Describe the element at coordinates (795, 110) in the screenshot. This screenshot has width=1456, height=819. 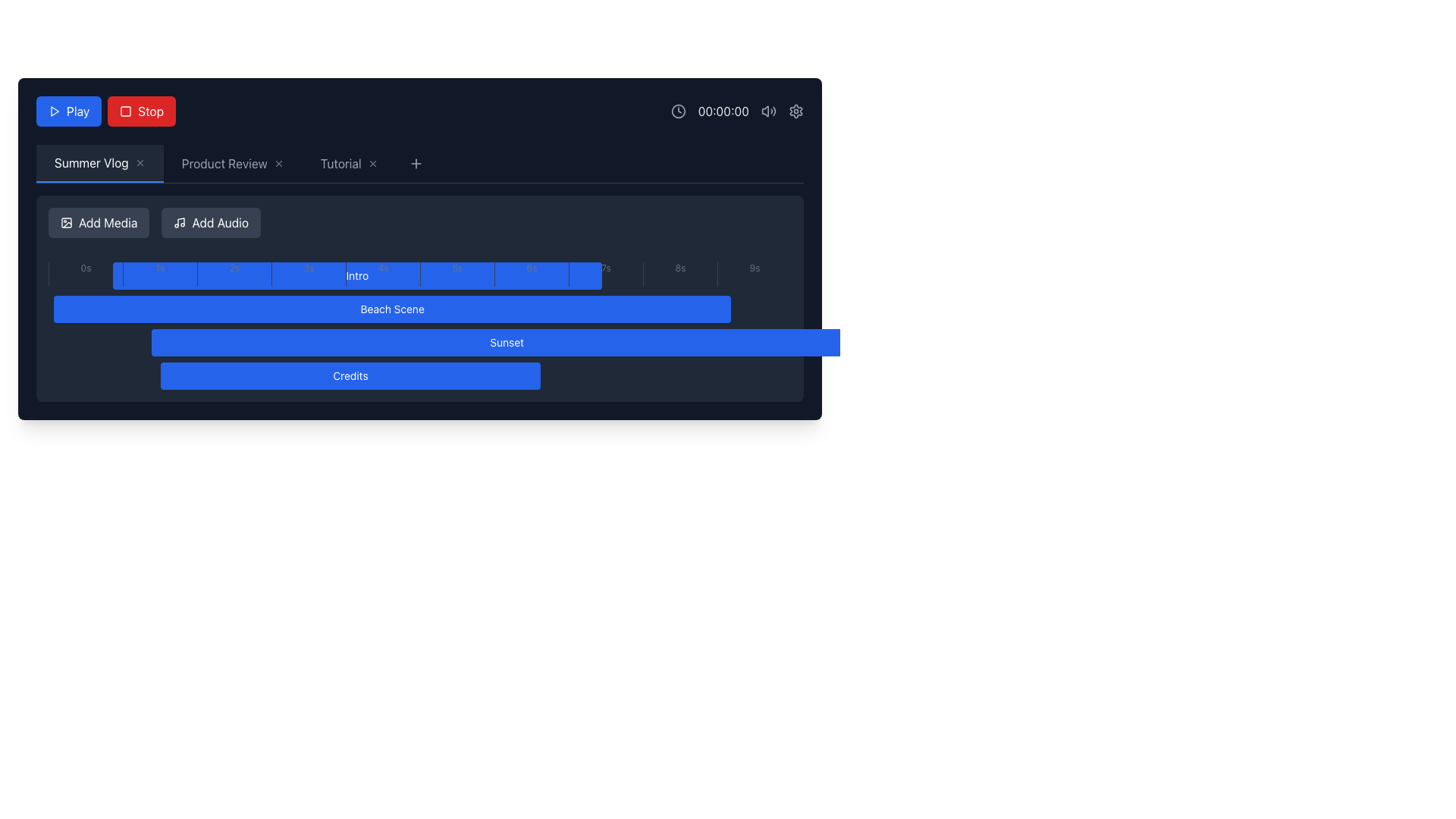
I see `the dark gray gear icon located in the top-right corner of the interface, adjacent to the digital clock display showing '00:00:00'` at that location.